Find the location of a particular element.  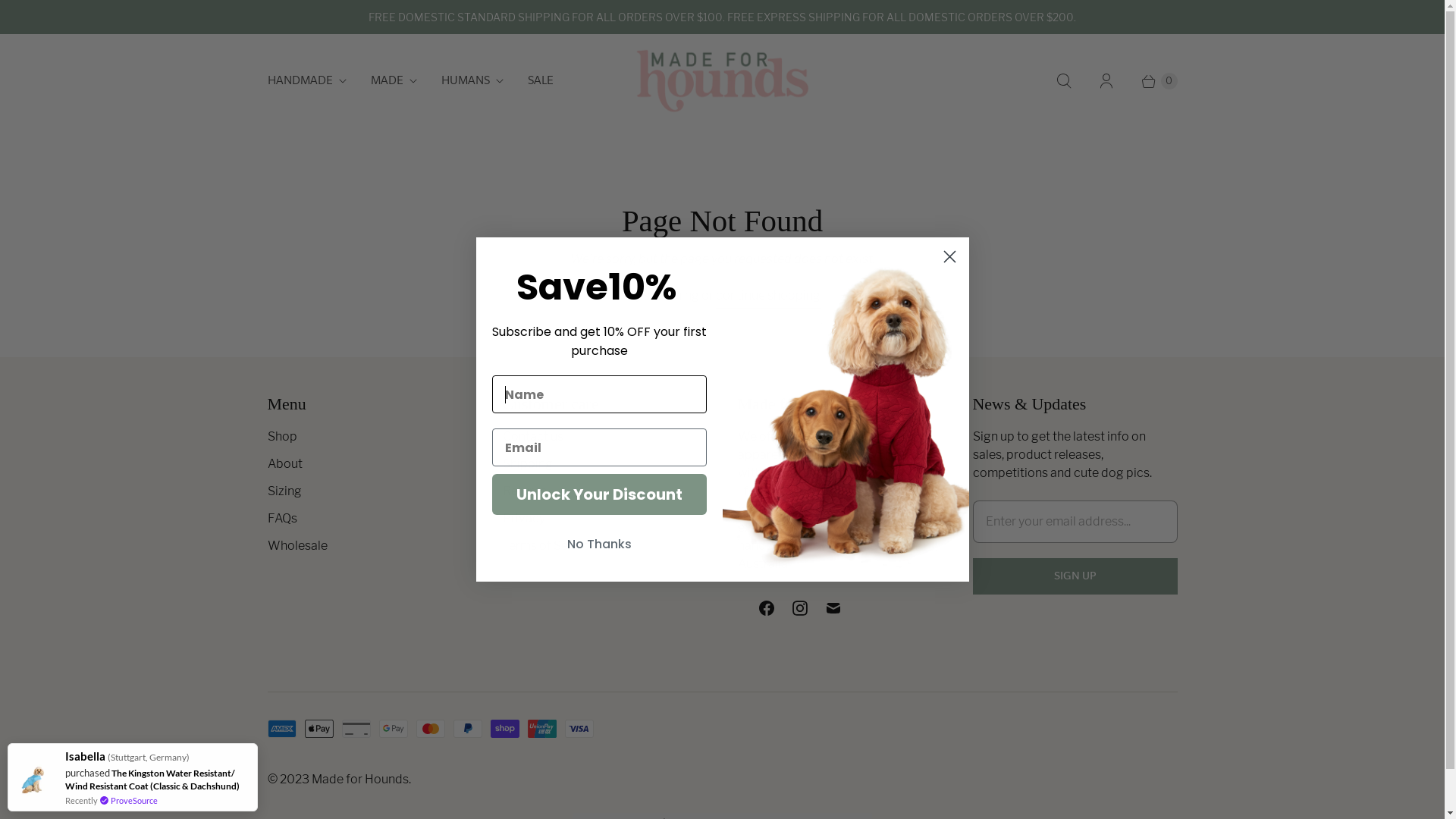

'0' is located at coordinates (1151, 81).